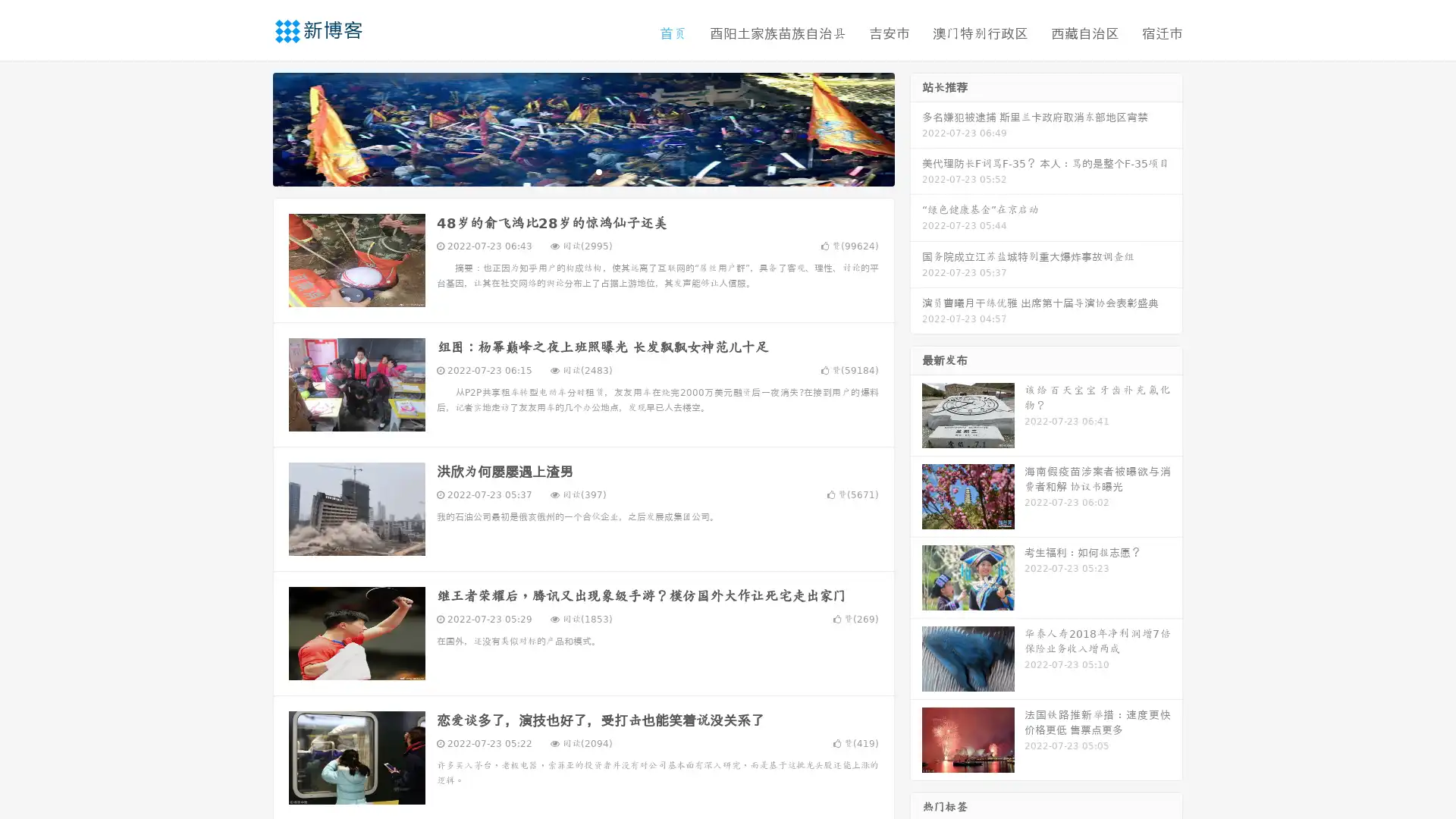 The image size is (1456, 819). Describe the element at coordinates (916, 127) in the screenshot. I see `Next slide` at that location.